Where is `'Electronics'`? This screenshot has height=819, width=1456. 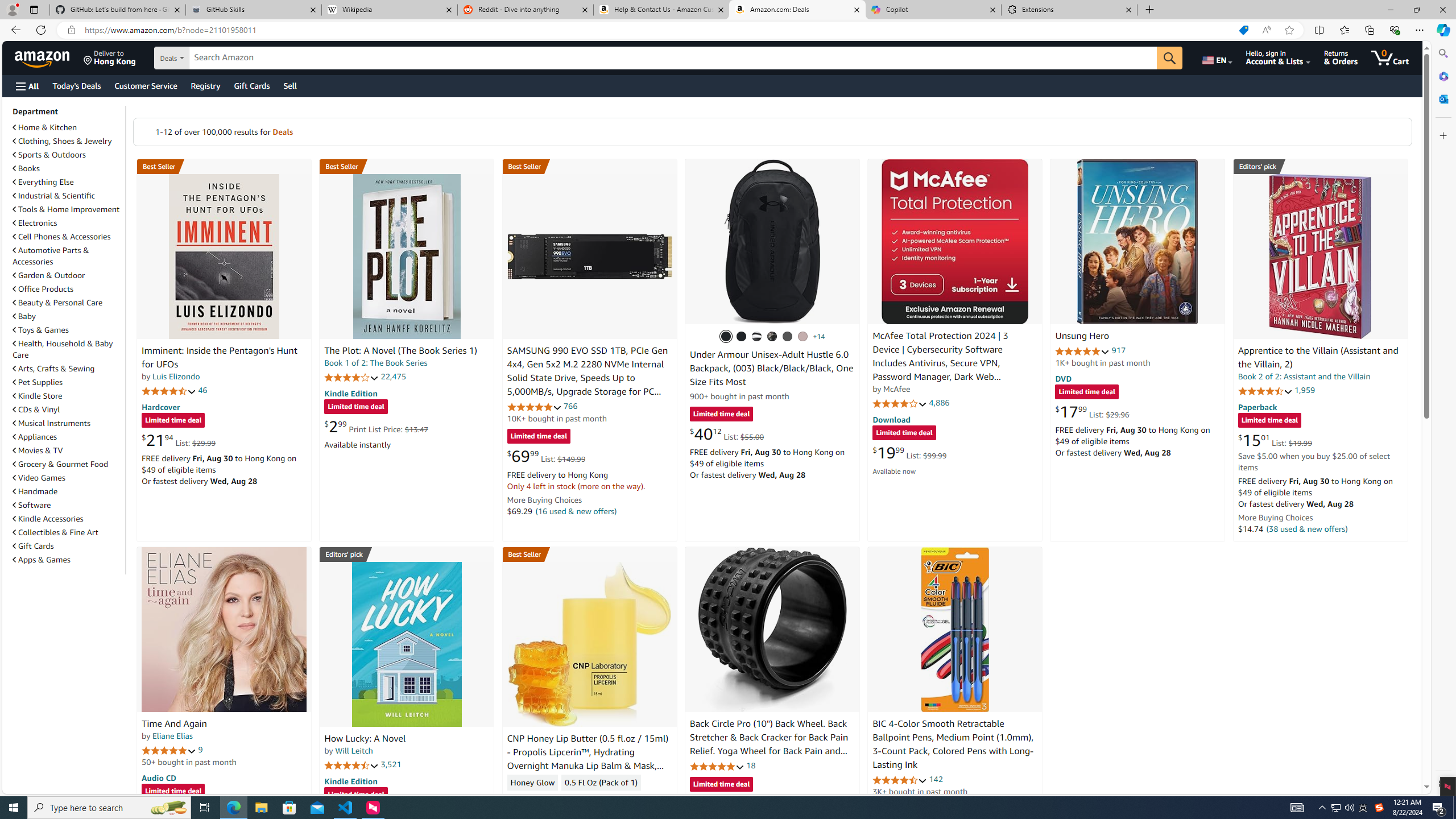 'Electronics' is located at coordinates (35, 222).